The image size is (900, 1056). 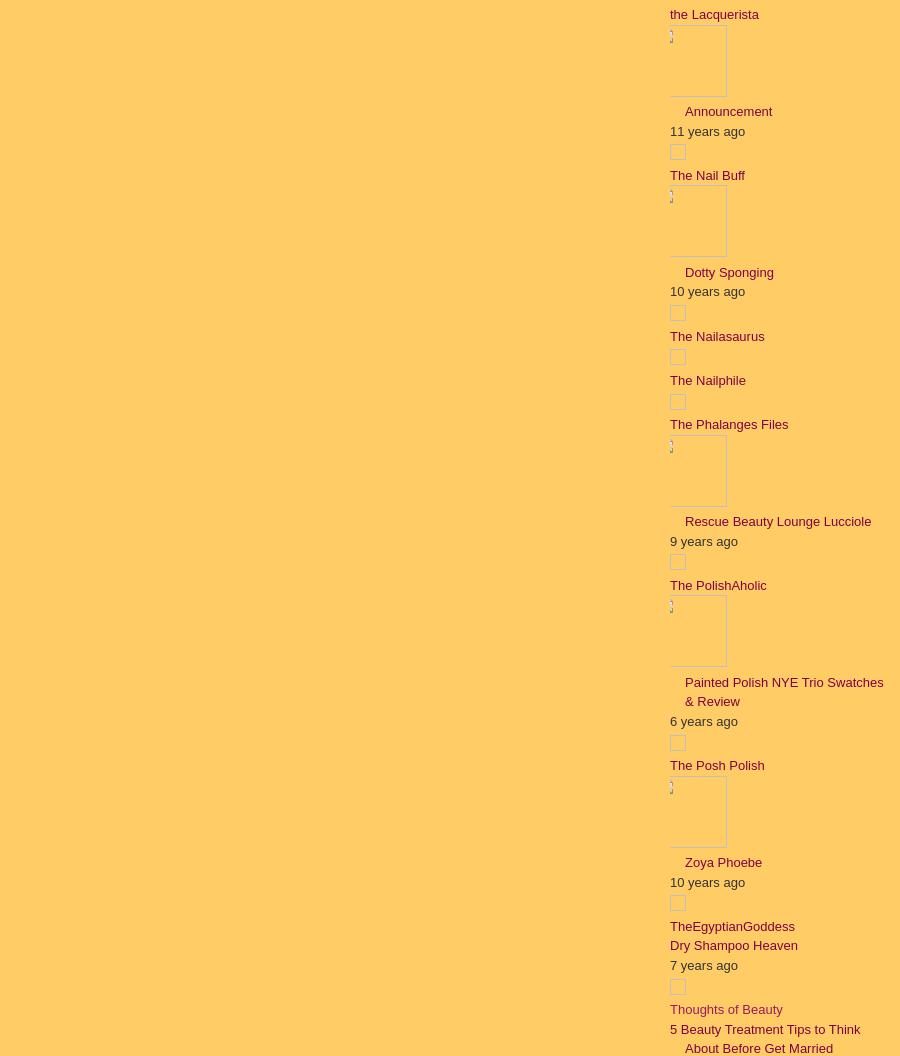 What do you see at coordinates (782, 691) in the screenshot?
I see `'Painted Polish NYE Trio Swatches & Review'` at bounding box center [782, 691].